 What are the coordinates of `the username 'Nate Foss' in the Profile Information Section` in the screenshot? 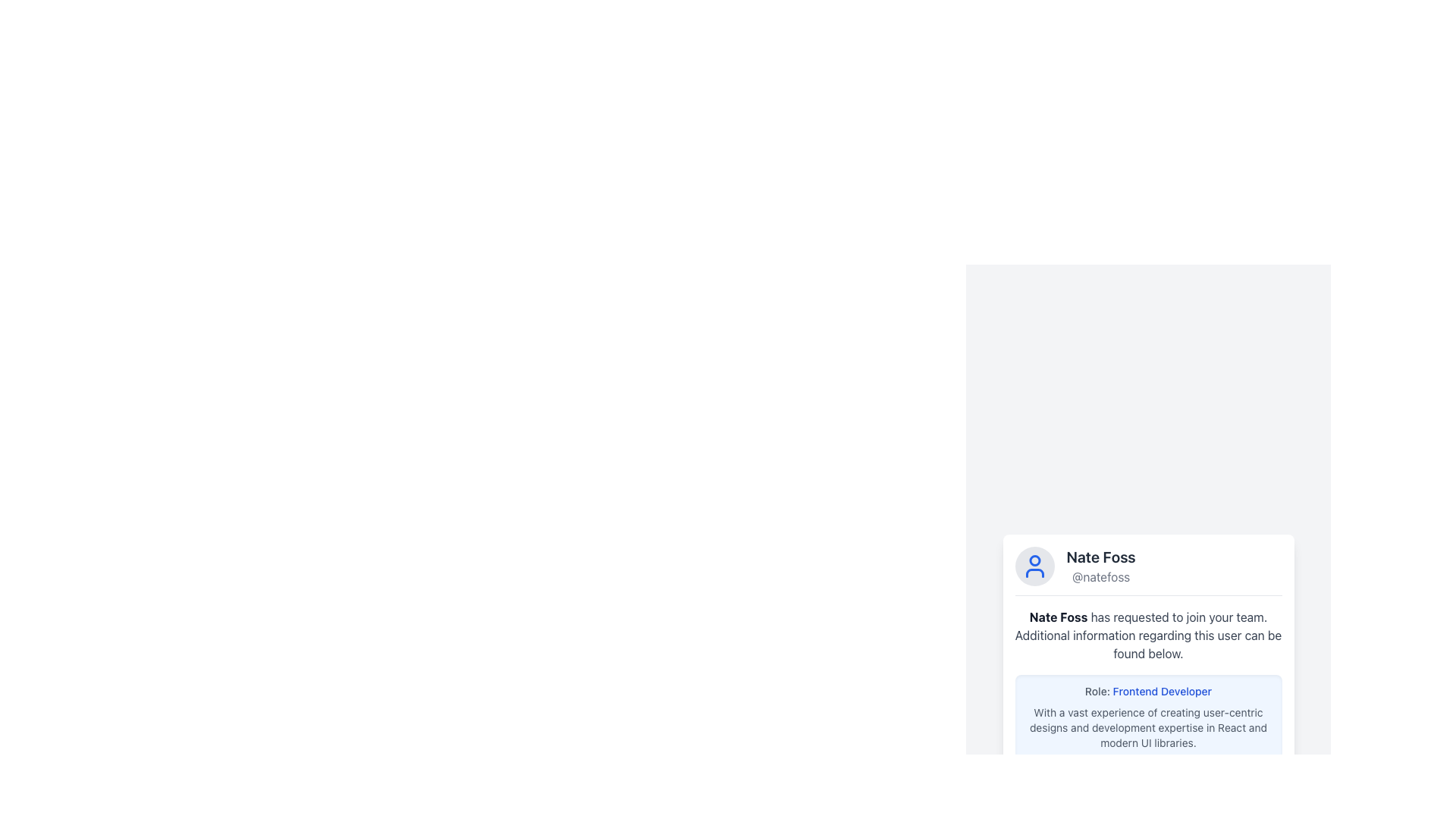 It's located at (1148, 570).